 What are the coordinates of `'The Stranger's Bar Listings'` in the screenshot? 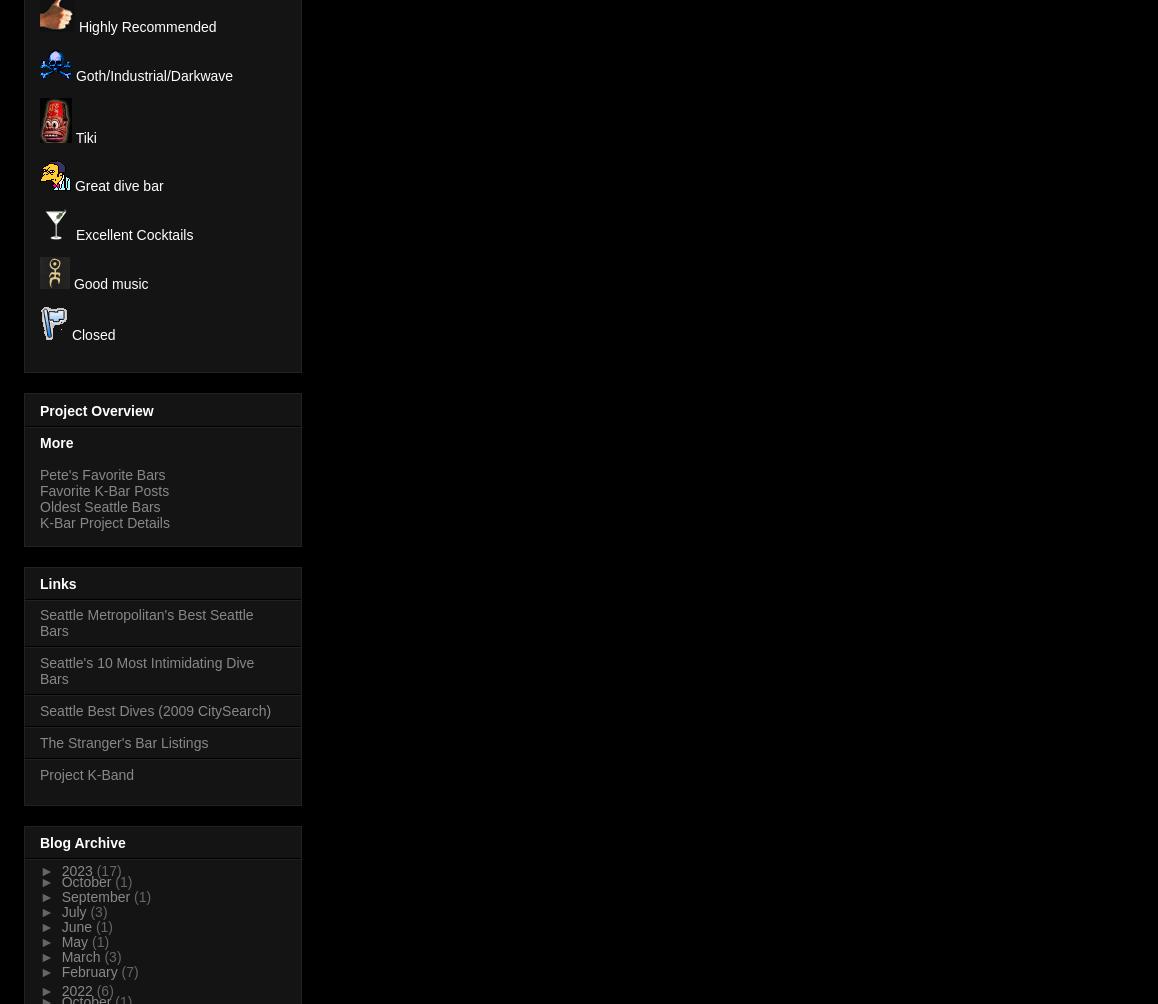 It's located at (123, 741).